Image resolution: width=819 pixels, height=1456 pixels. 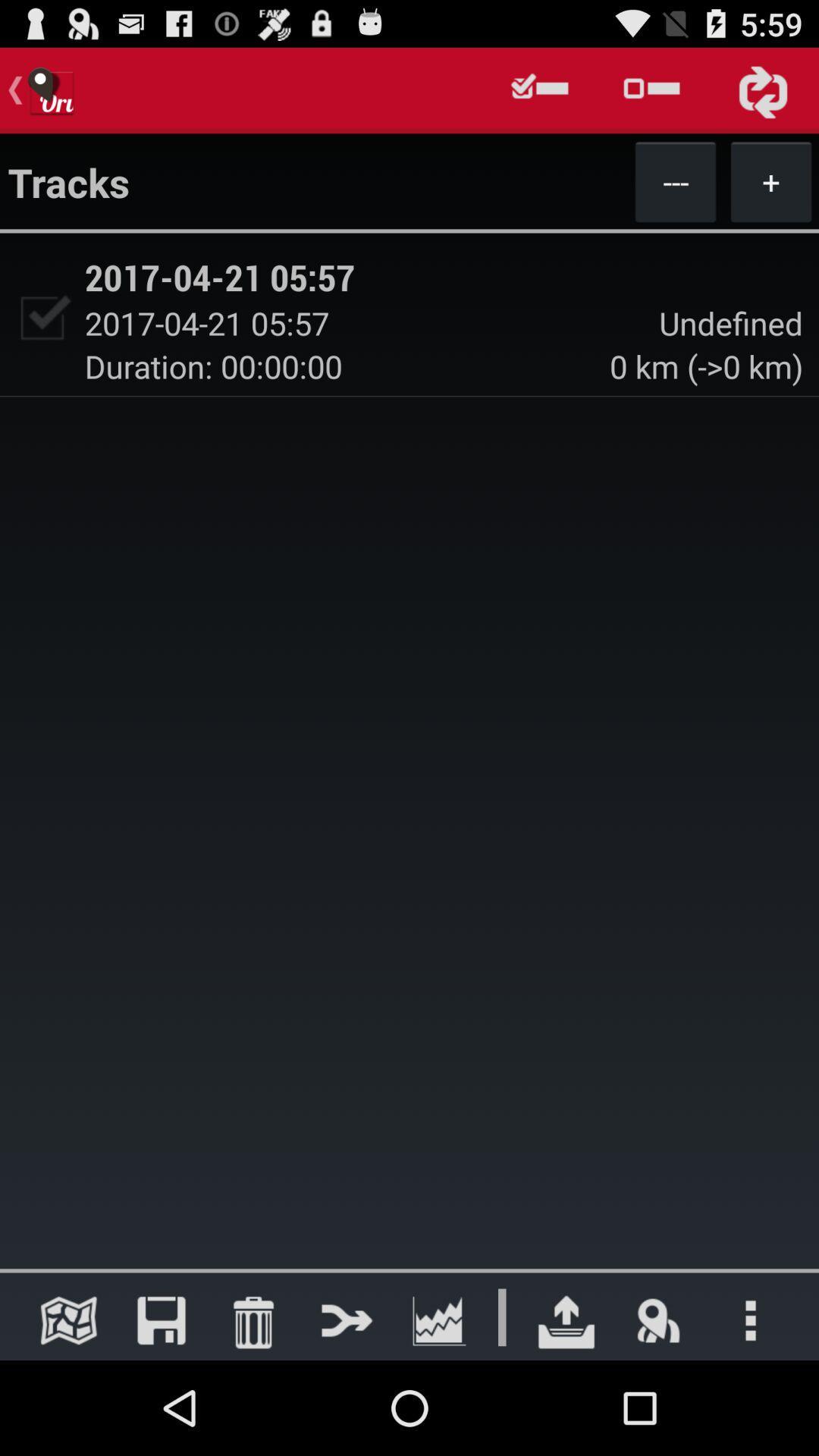 I want to click on the app to the left of the 2017 04 21 icon, so click(x=41, y=317).